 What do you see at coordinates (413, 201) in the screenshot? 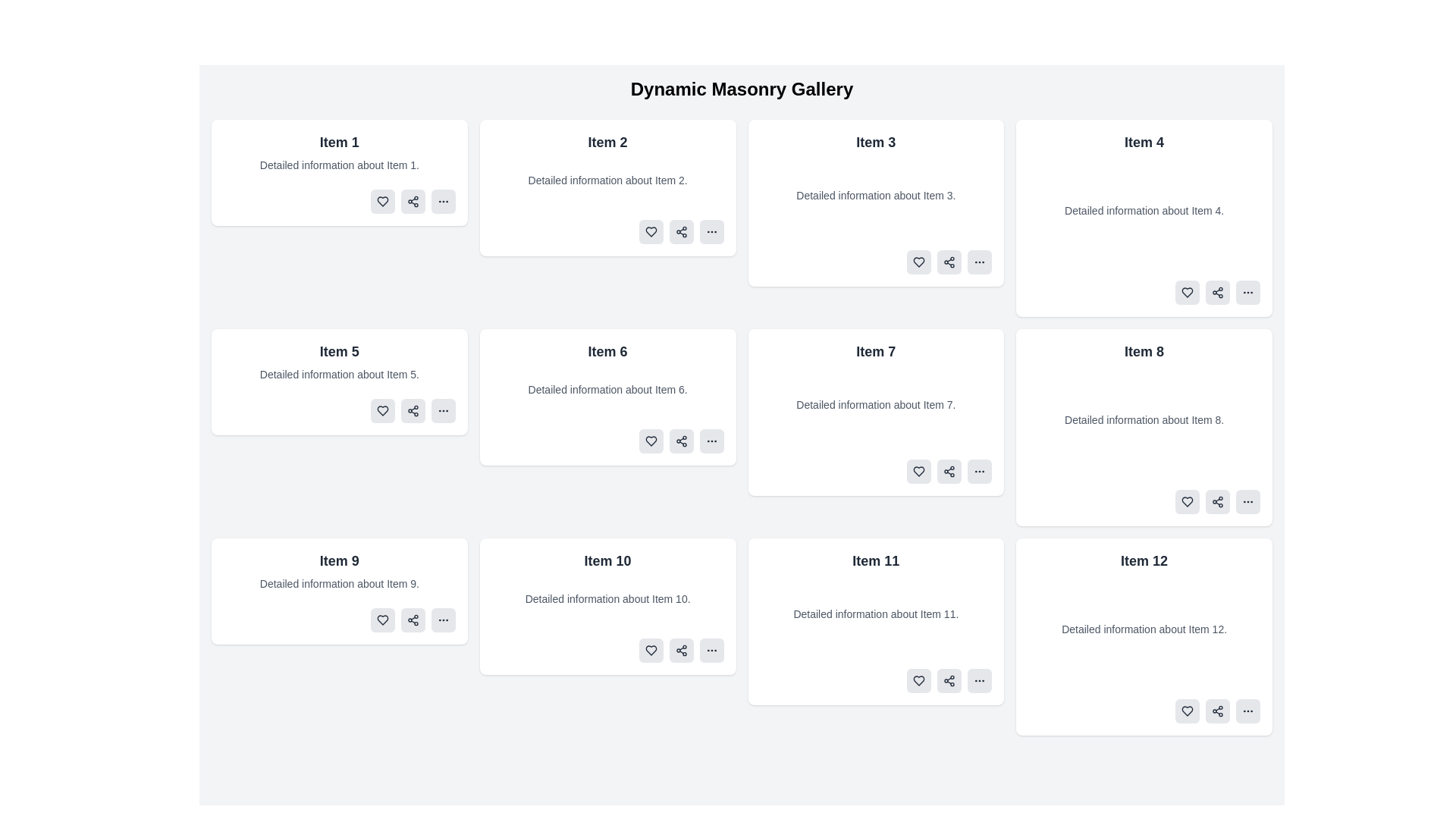
I see `the share icon button, which is a triangular shape with three connected nodes, located beneath the content of the first item card in the masonry grid layout` at bounding box center [413, 201].